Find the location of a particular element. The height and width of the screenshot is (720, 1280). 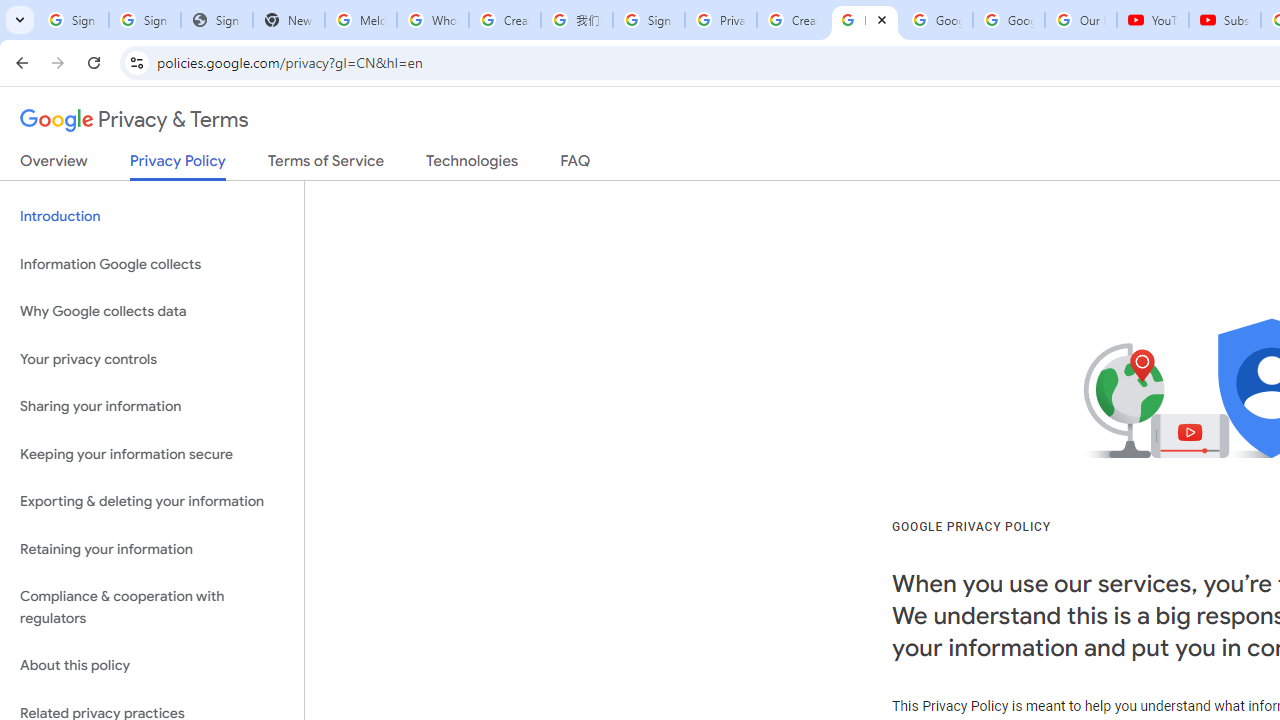

'Privacy & Terms' is located at coordinates (134, 120).